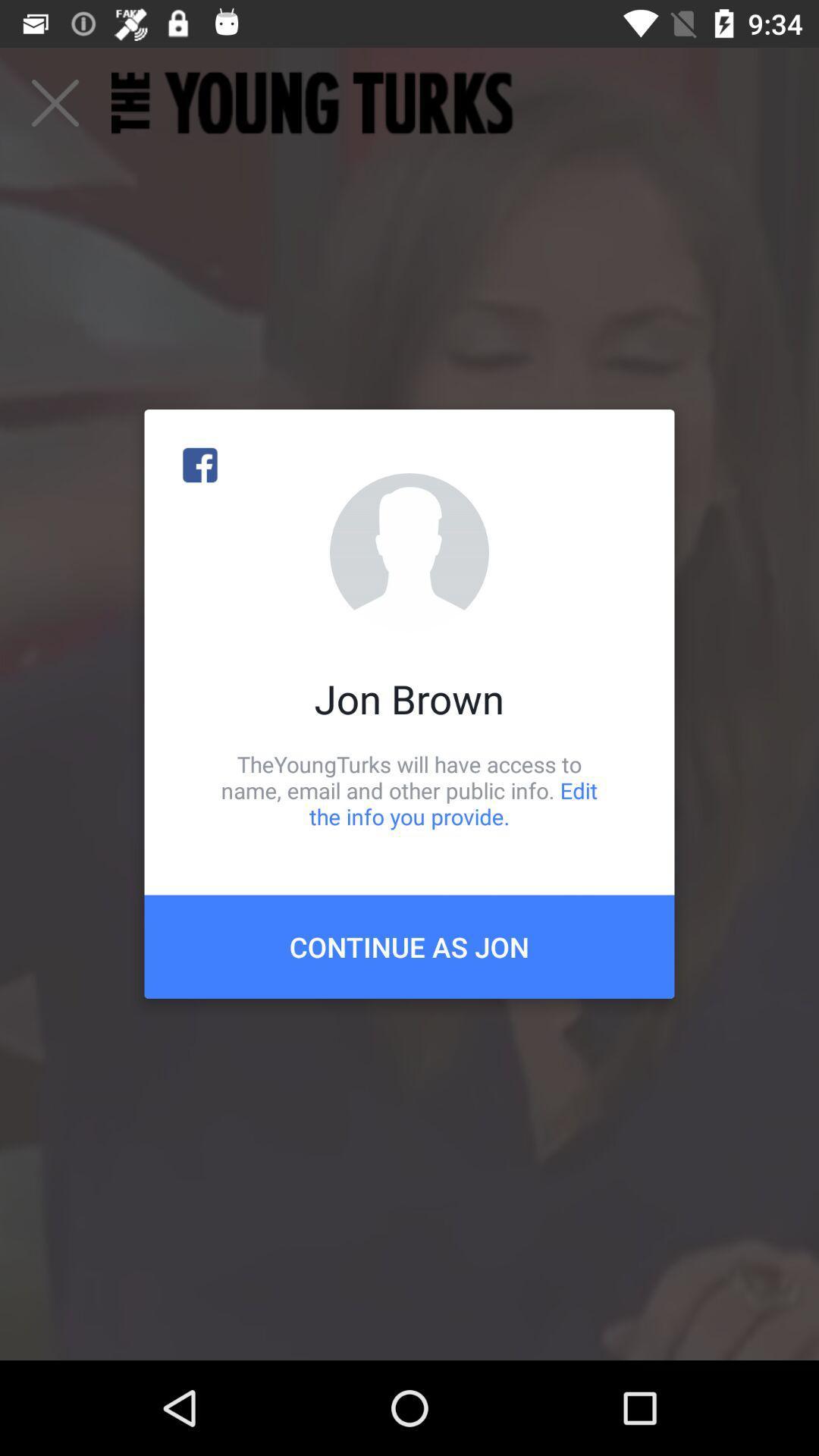 This screenshot has height=1456, width=819. What do you see at coordinates (409, 789) in the screenshot?
I see `item above continue as jon item` at bounding box center [409, 789].